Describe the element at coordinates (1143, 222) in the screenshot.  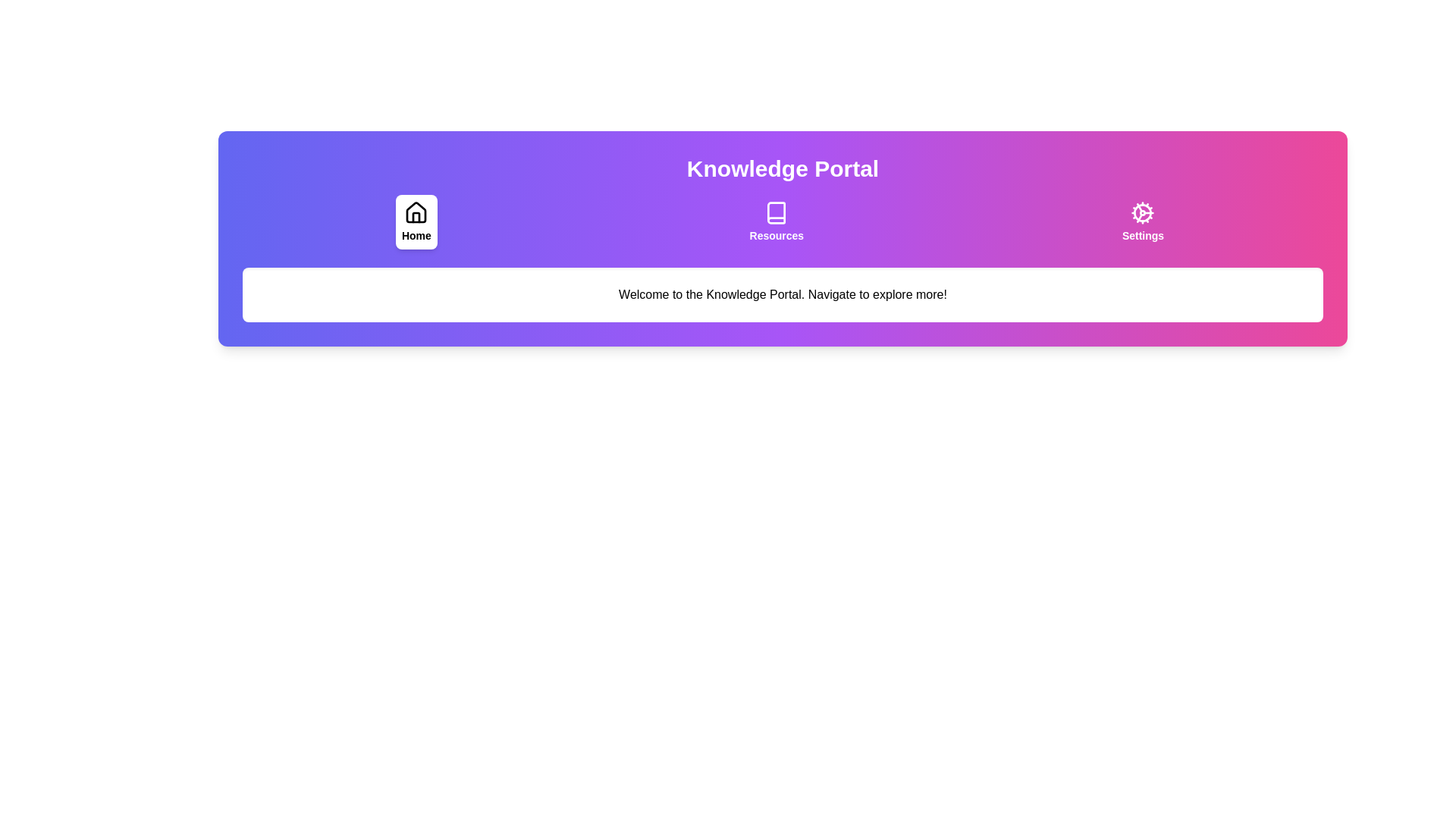
I see `the tab labeled Settings` at that location.